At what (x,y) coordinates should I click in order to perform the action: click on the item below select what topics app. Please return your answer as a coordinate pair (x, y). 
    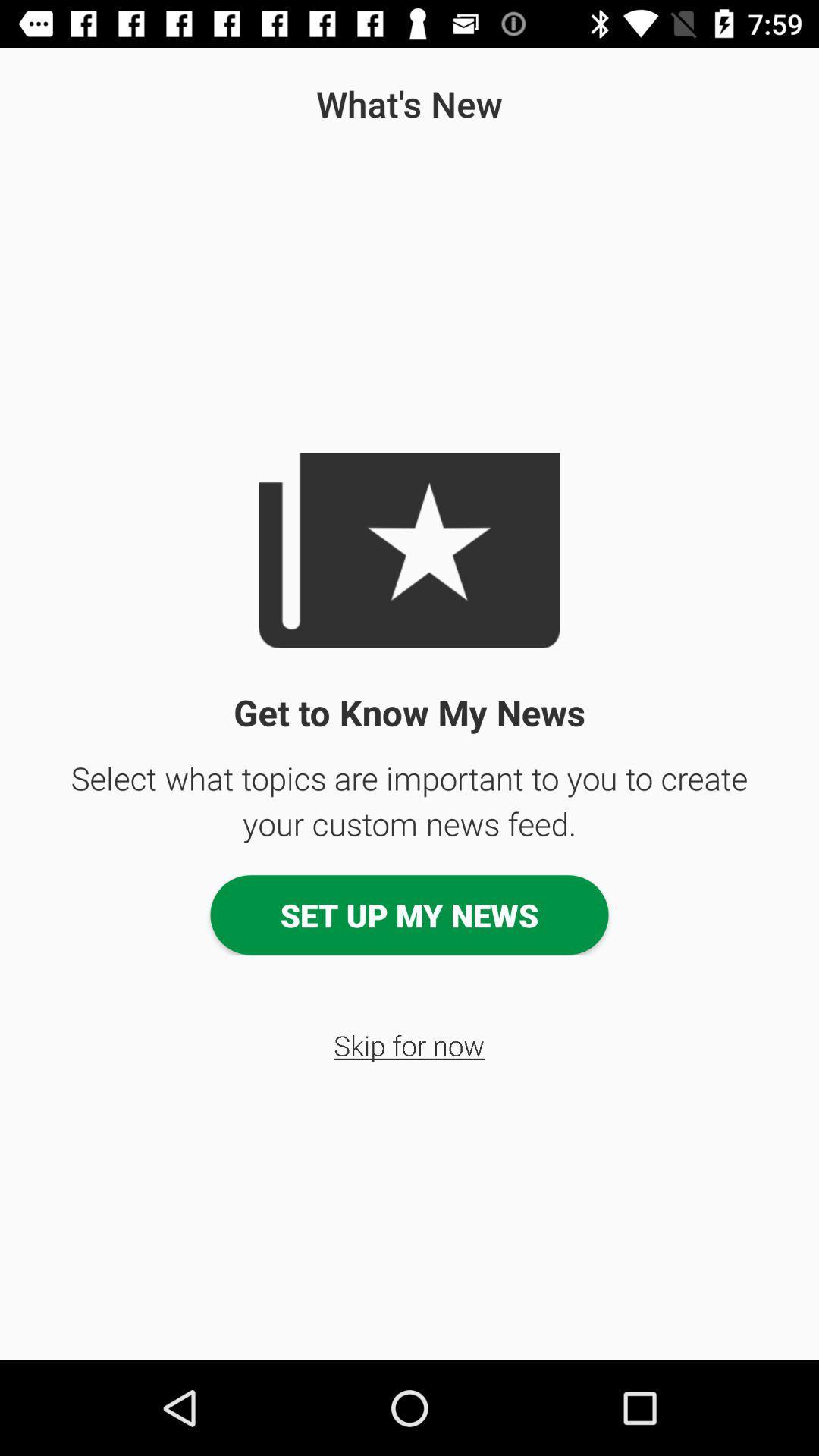
    Looking at the image, I should click on (409, 914).